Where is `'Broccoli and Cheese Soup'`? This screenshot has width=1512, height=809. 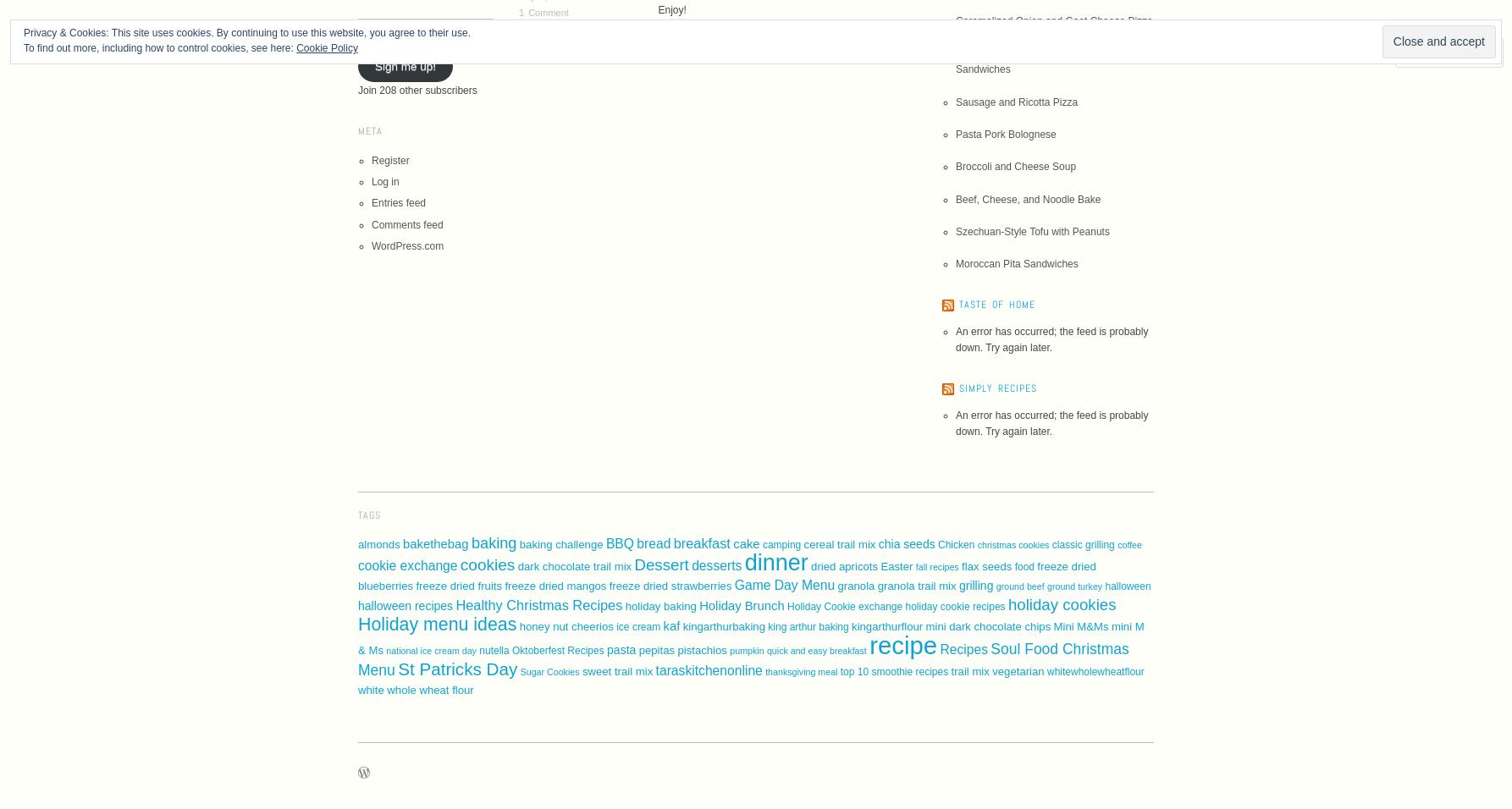 'Broccoli and Cheese Soup' is located at coordinates (954, 167).